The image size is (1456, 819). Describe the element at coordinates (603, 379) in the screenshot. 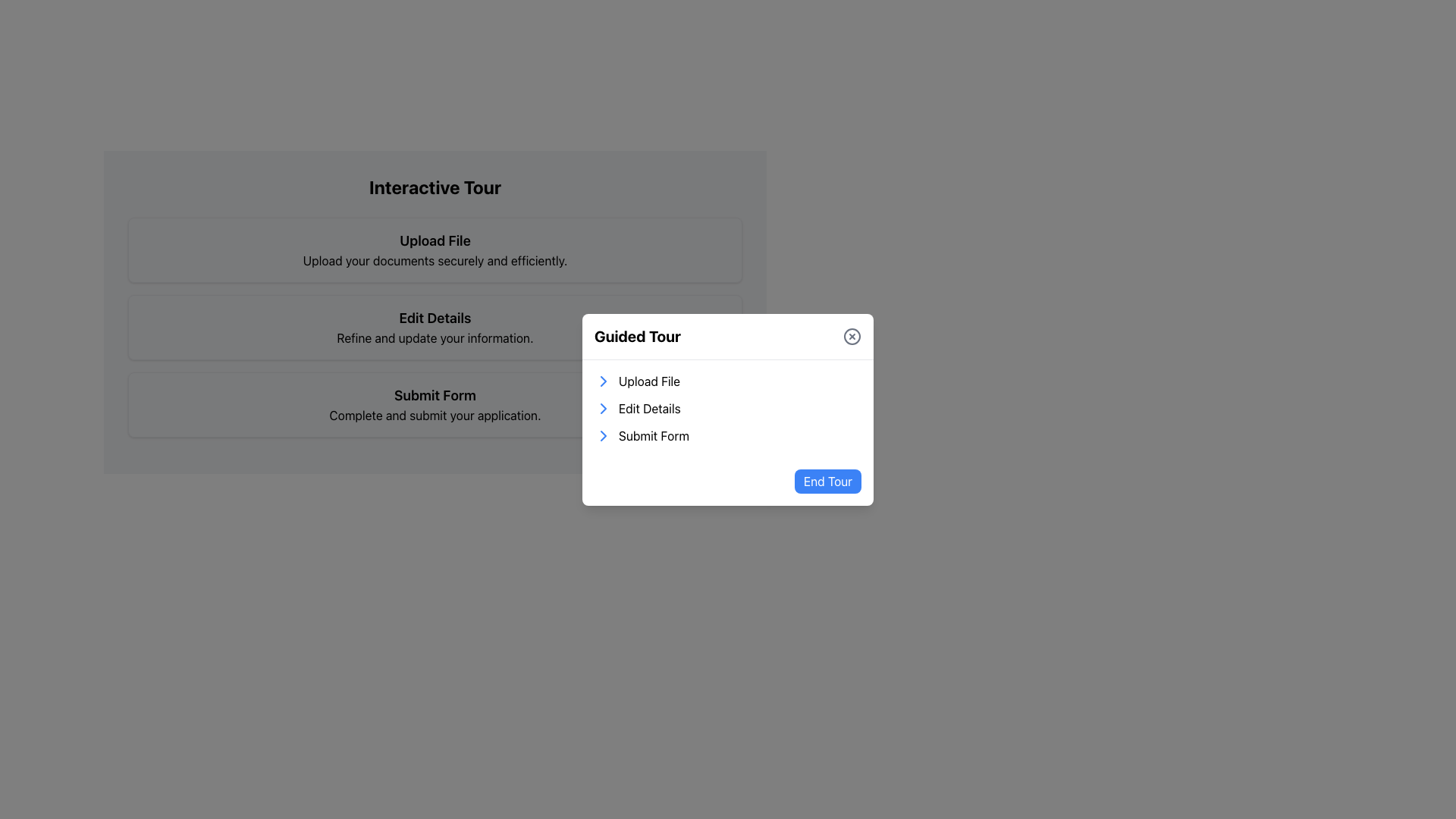

I see `the blue chevron-right icon located within the 'Guided Tour' modal, positioned to the right of 'Edit Details' and between 'Upload File' and 'Submit Form' steps` at that location.